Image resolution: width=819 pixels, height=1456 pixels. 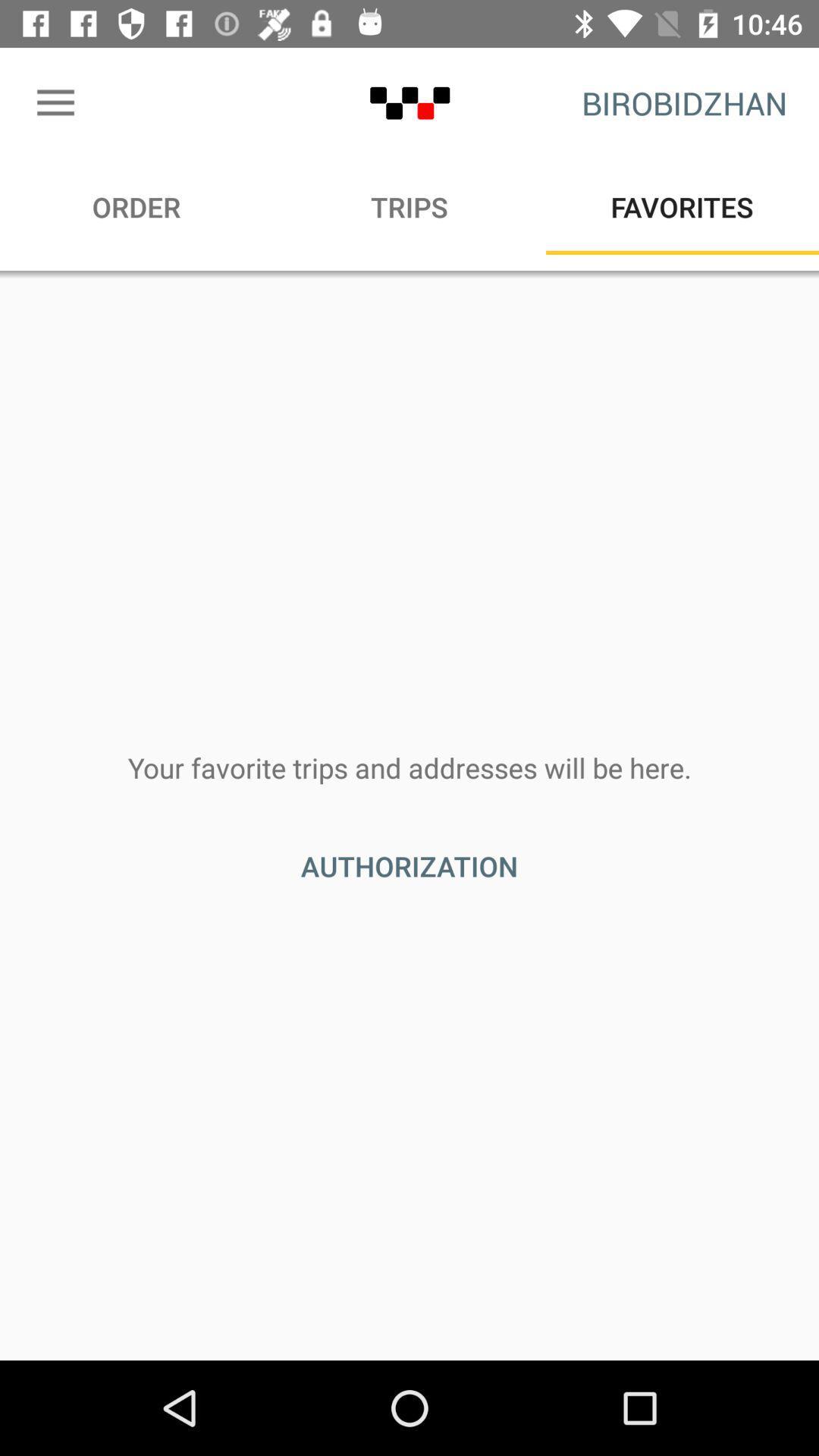 I want to click on item above the order icon, so click(x=55, y=102).